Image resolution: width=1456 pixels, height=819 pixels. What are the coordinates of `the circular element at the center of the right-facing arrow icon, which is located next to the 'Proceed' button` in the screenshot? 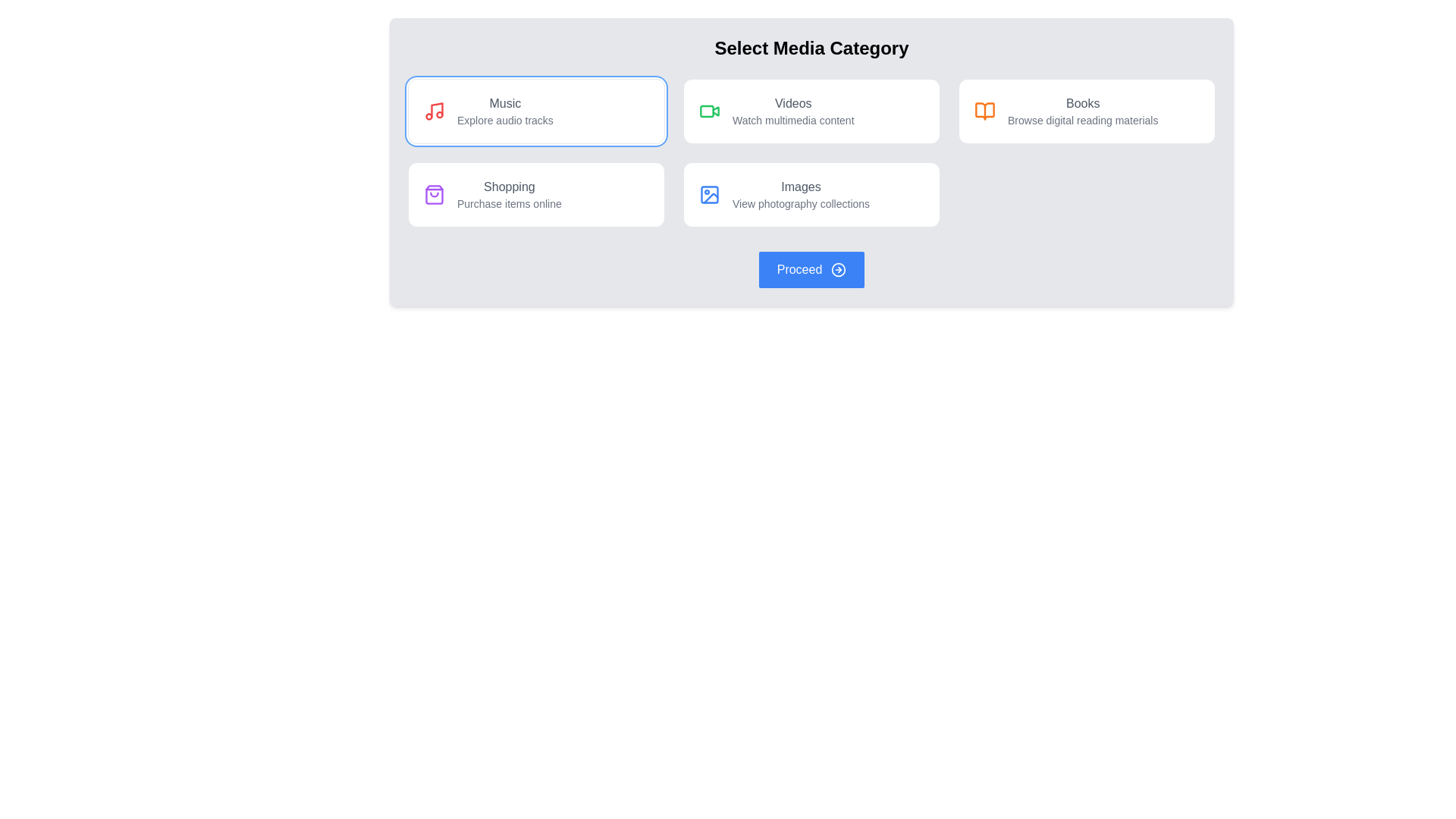 It's located at (838, 268).